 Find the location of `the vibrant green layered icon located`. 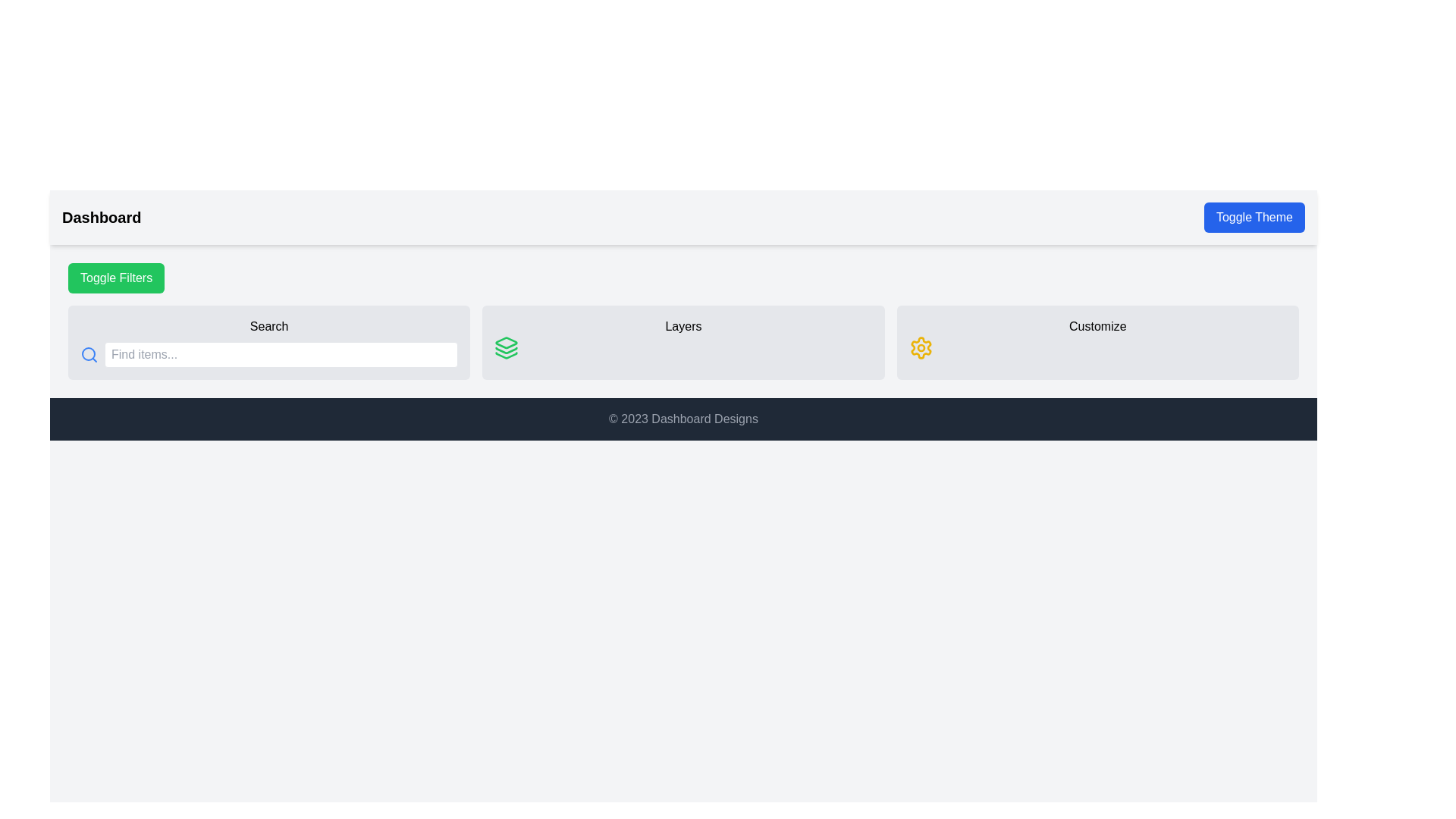

the vibrant green layered icon located is located at coordinates (506, 348).